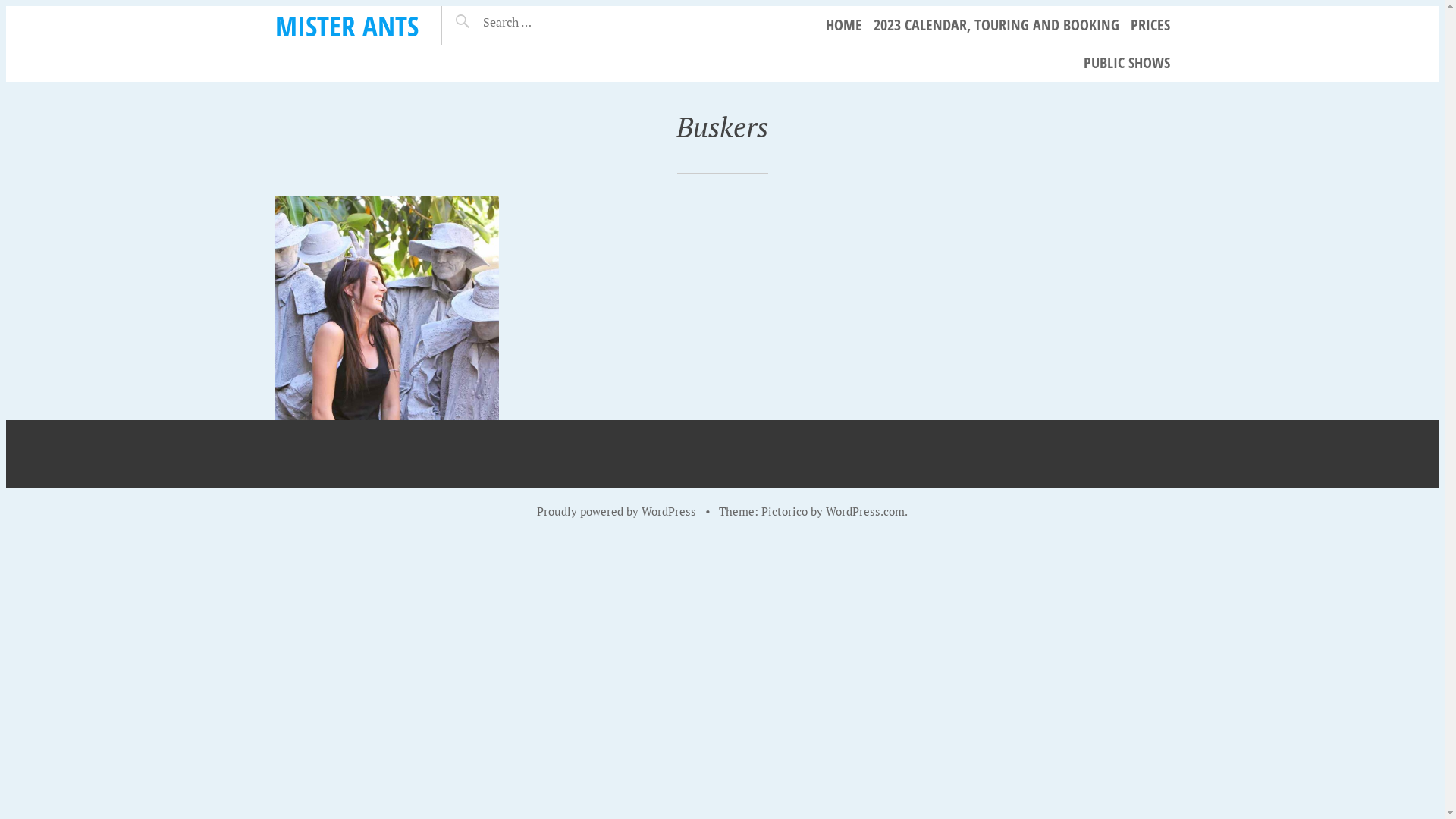 The width and height of the screenshot is (1456, 819). I want to click on 'MISTER ANTS', so click(345, 25).